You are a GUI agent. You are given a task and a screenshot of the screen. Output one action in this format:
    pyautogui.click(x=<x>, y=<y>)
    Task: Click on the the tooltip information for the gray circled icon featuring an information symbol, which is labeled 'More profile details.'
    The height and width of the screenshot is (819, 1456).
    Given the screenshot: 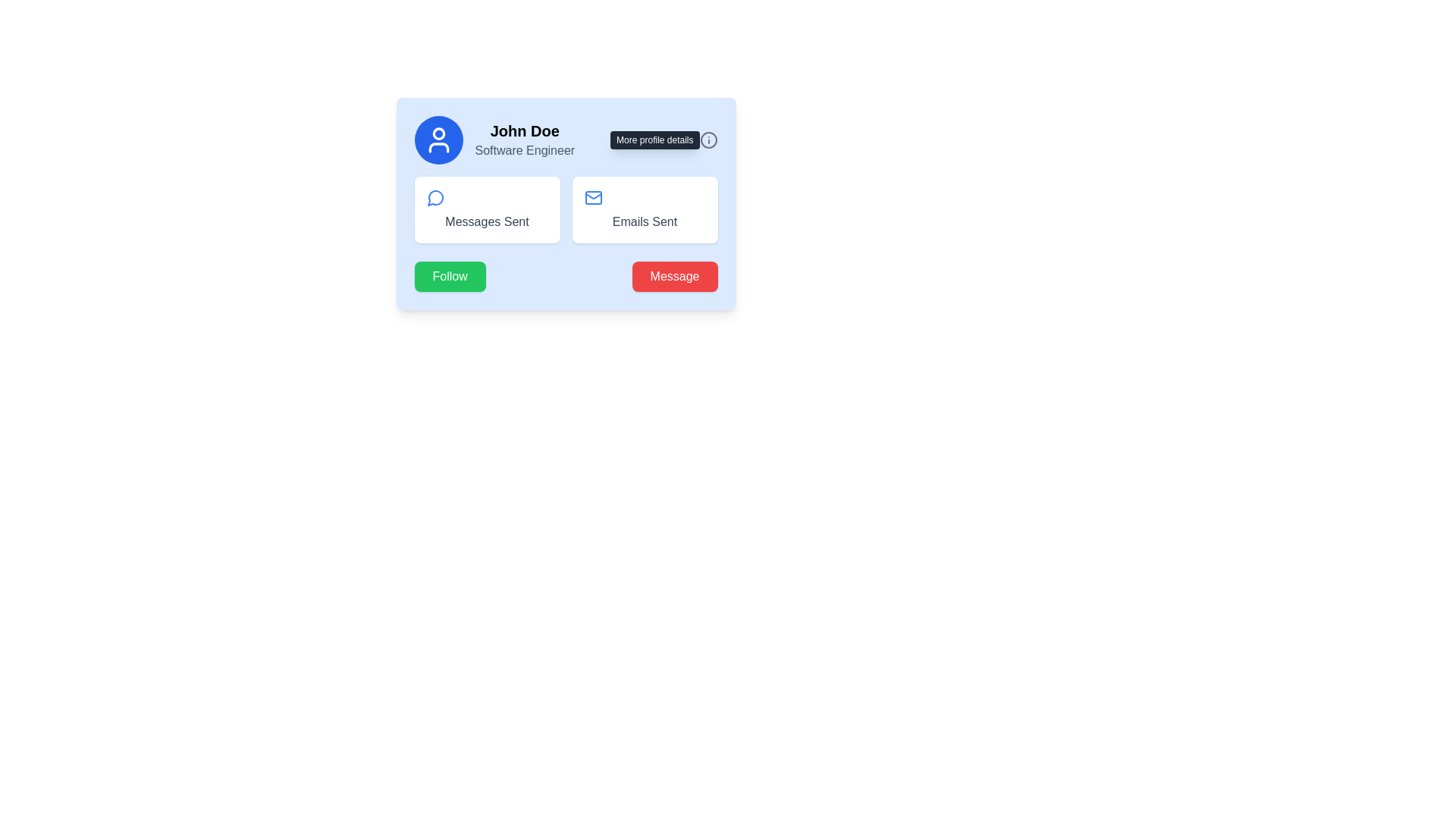 What is the action you would take?
    pyautogui.click(x=708, y=140)
    